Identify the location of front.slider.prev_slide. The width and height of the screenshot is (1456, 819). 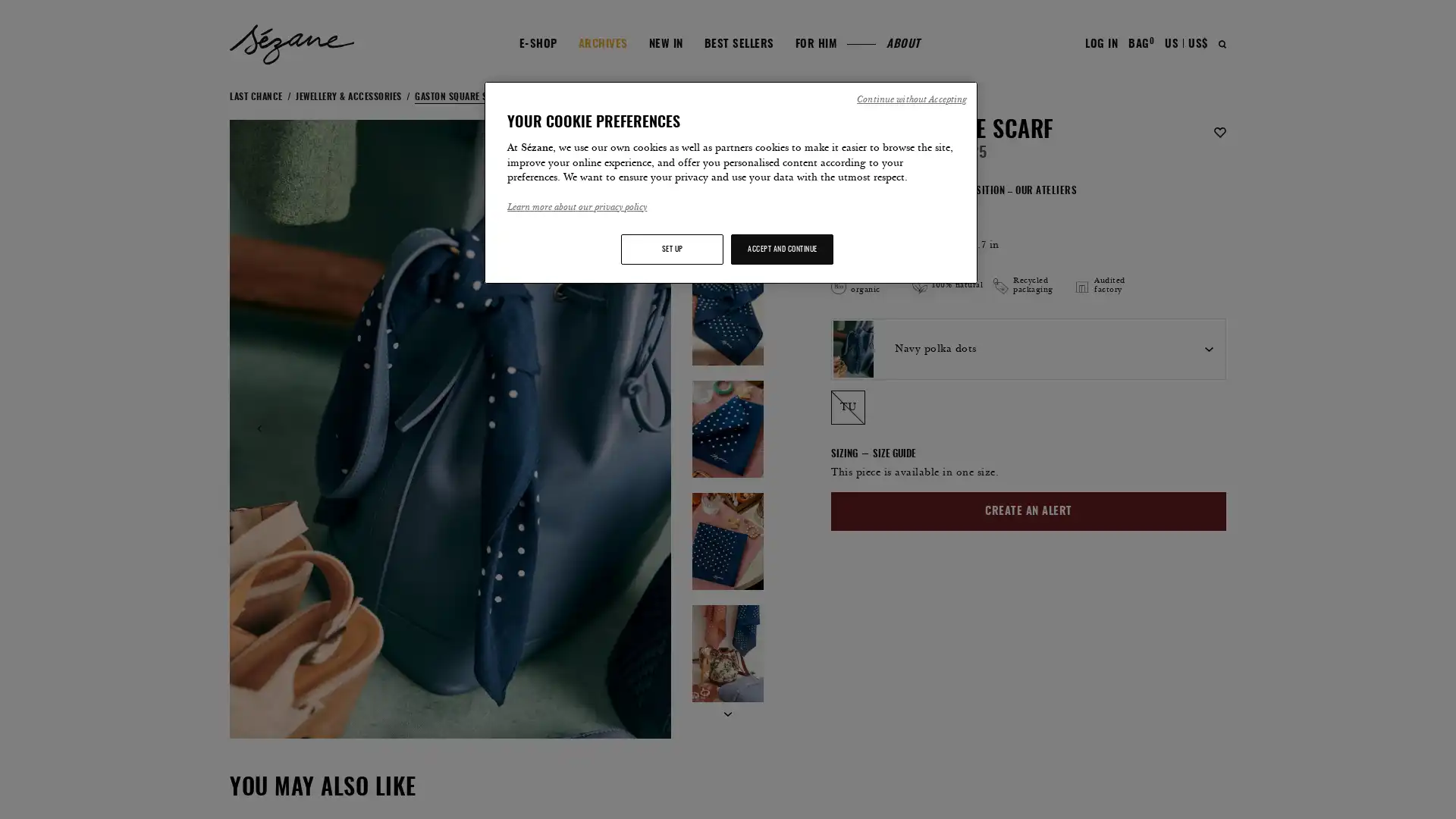
(259, 428).